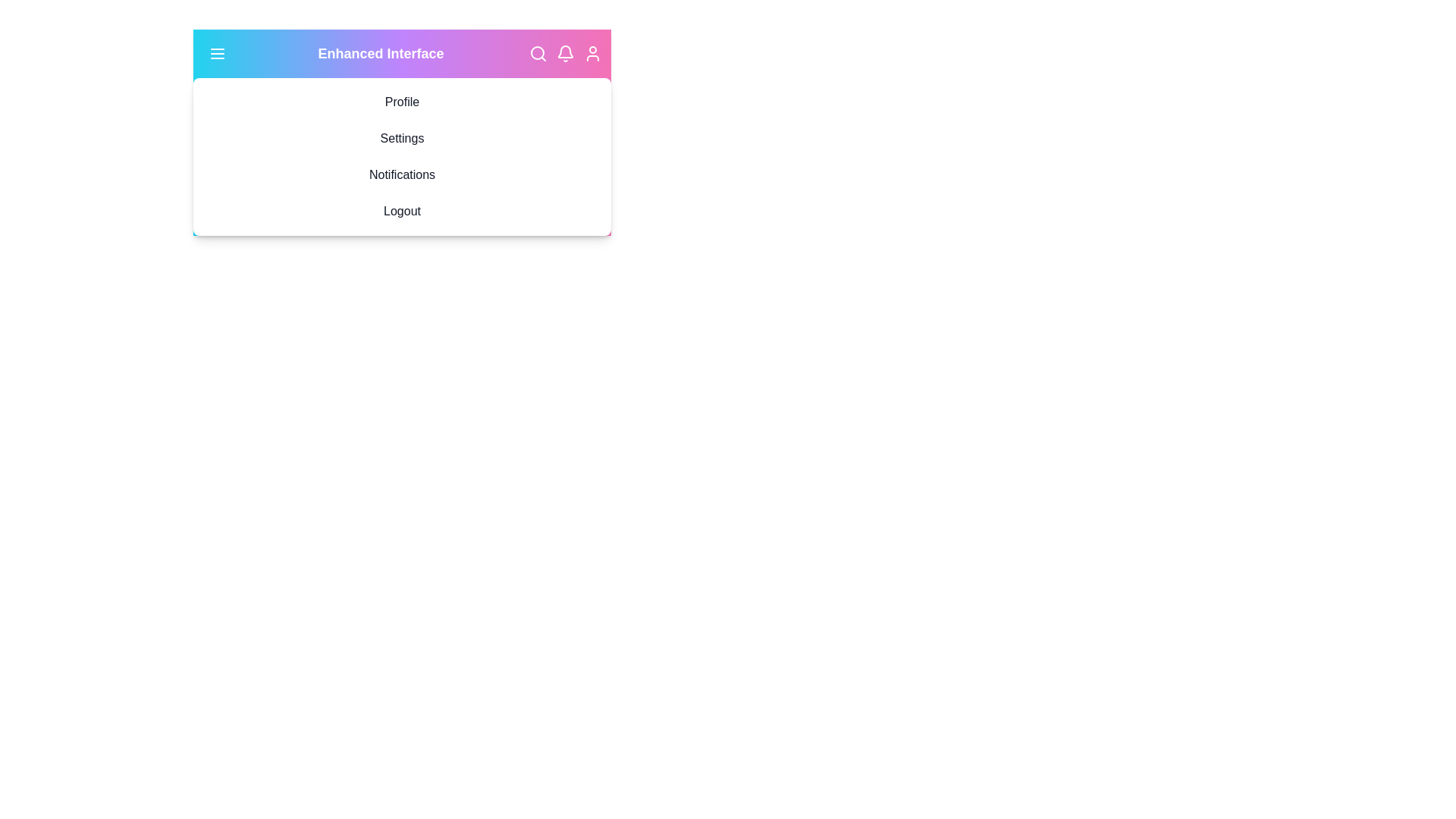 The image size is (1456, 819). I want to click on the bell icon in the top-right corner, so click(564, 52).